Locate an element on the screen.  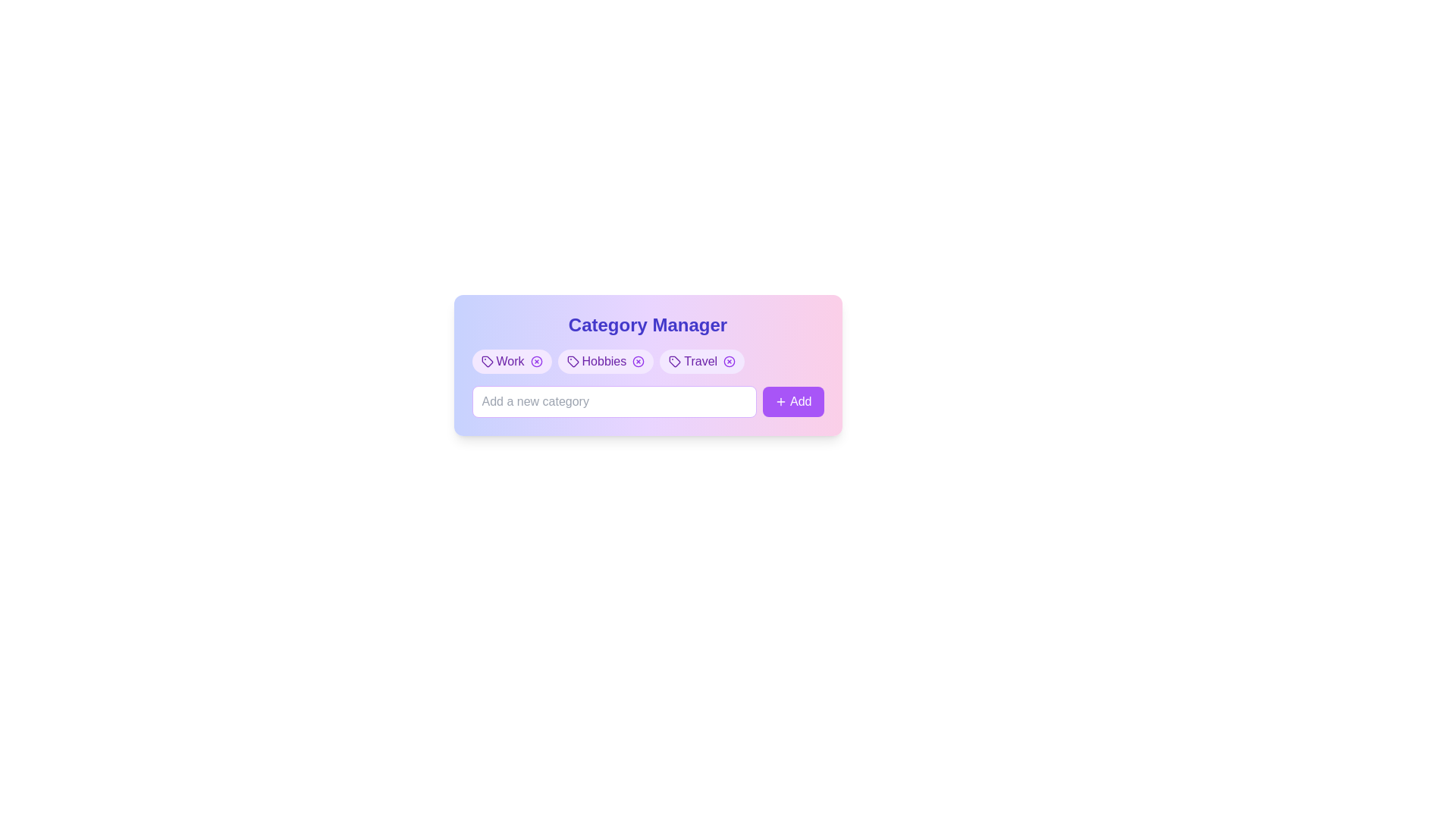
the 'Hobbies' category chip, which is the second pill-shaped item under the 'Category Manager' header, to interact with the tag is located at coordinates (604, 362).